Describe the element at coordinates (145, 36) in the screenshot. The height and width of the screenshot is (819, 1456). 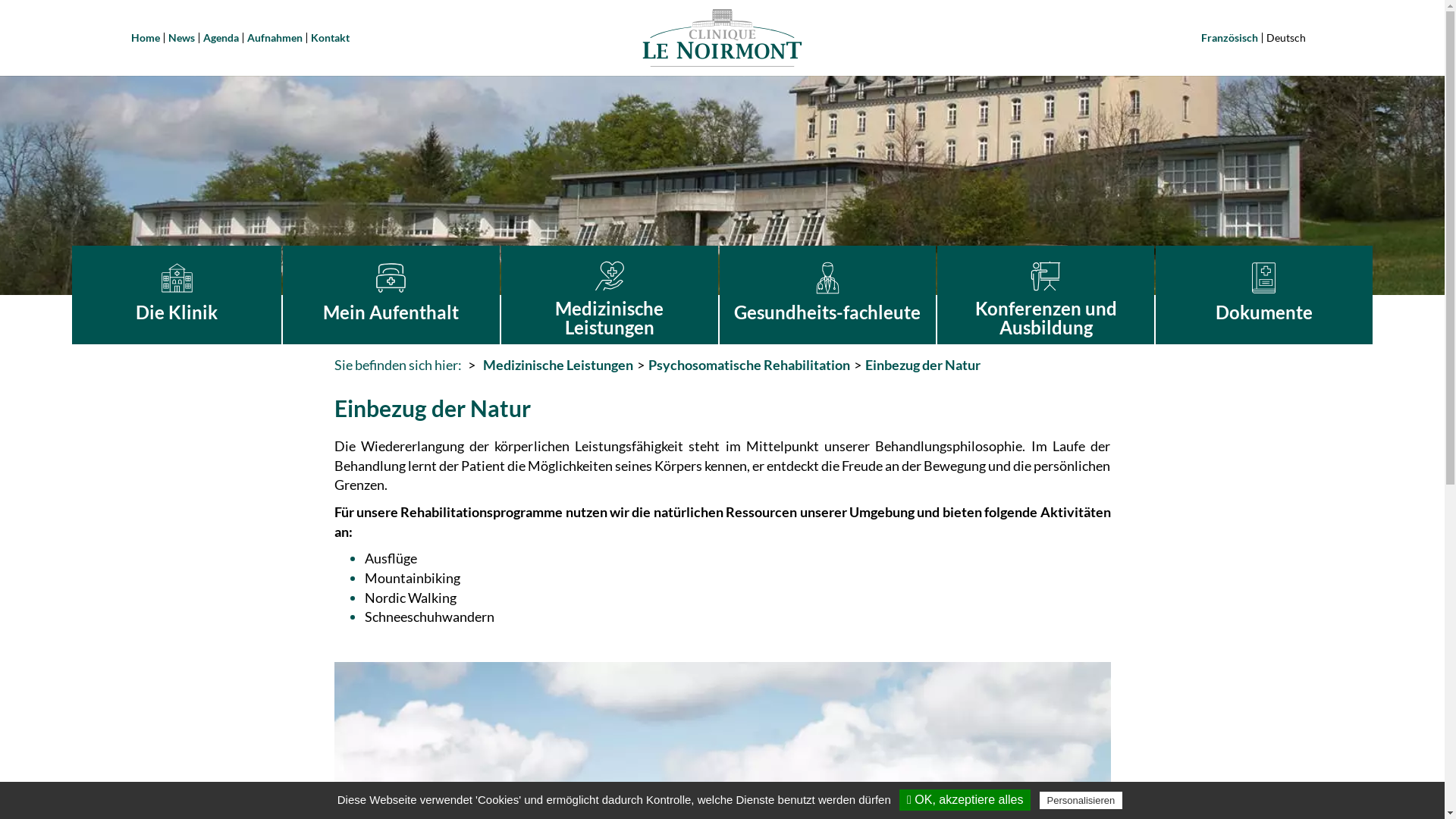
I see `'Home'` at that location.